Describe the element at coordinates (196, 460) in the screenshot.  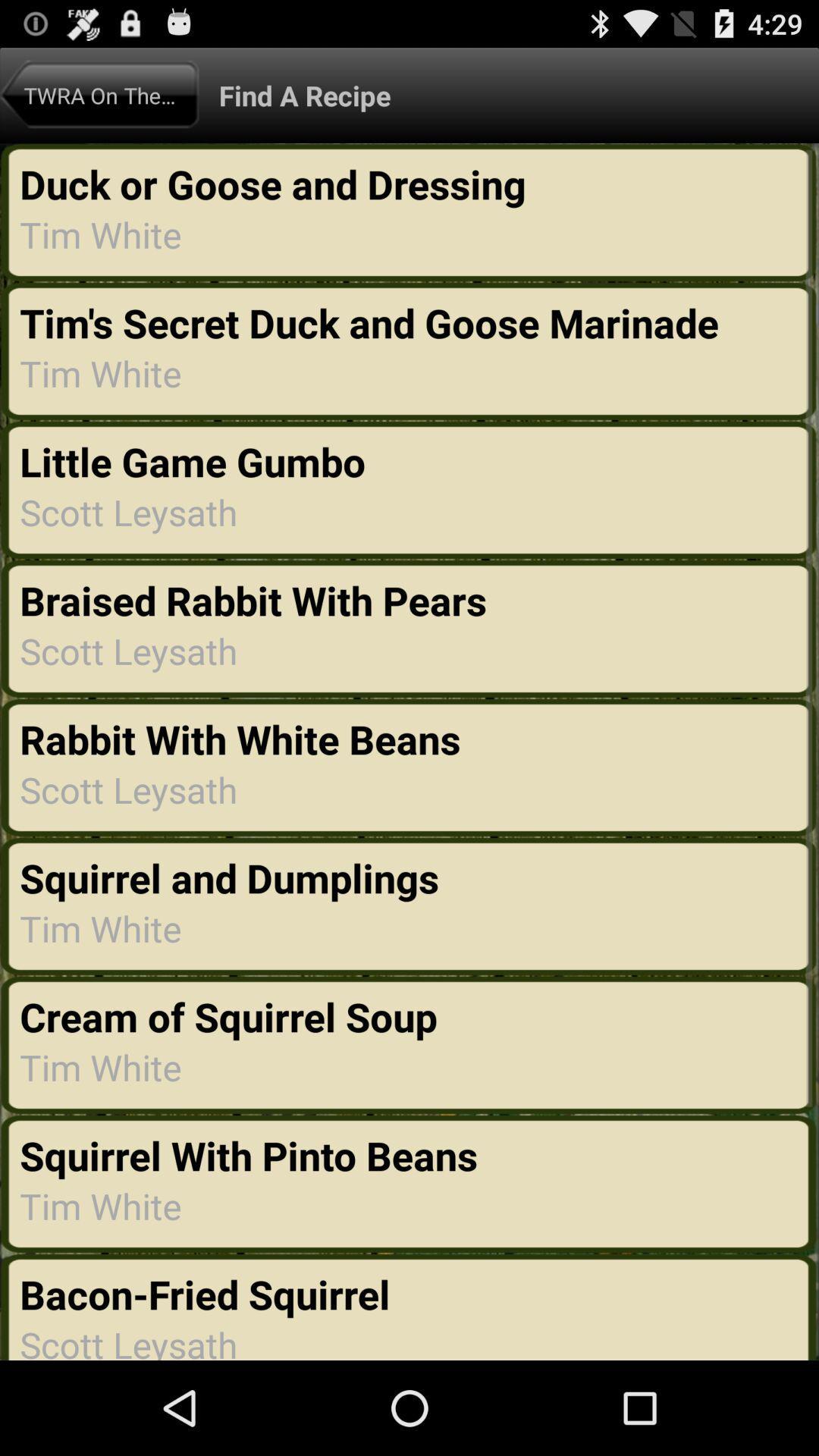
I see `little game gumbo  icon` at that location.